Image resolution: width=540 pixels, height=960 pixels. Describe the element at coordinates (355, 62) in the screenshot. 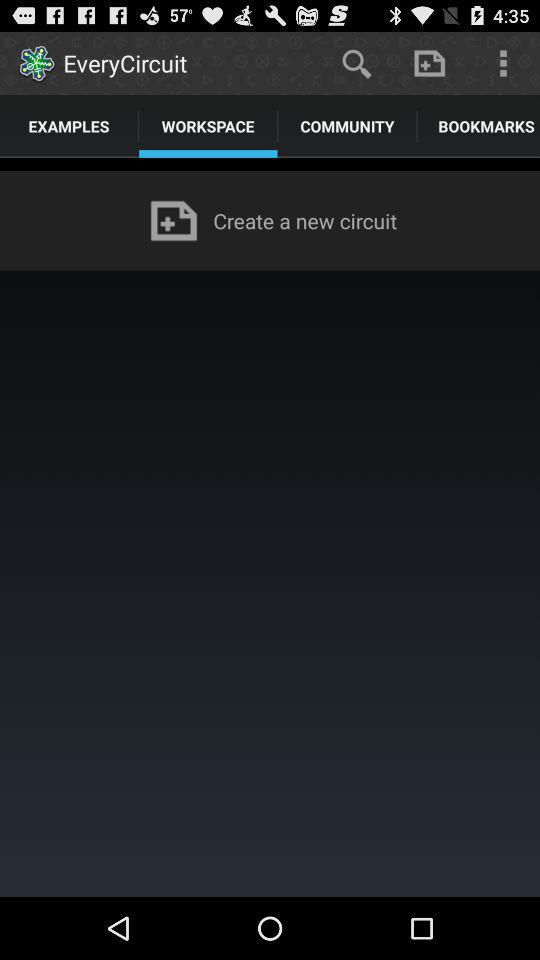

I see `icon to the right of everycircuit app` at that location.